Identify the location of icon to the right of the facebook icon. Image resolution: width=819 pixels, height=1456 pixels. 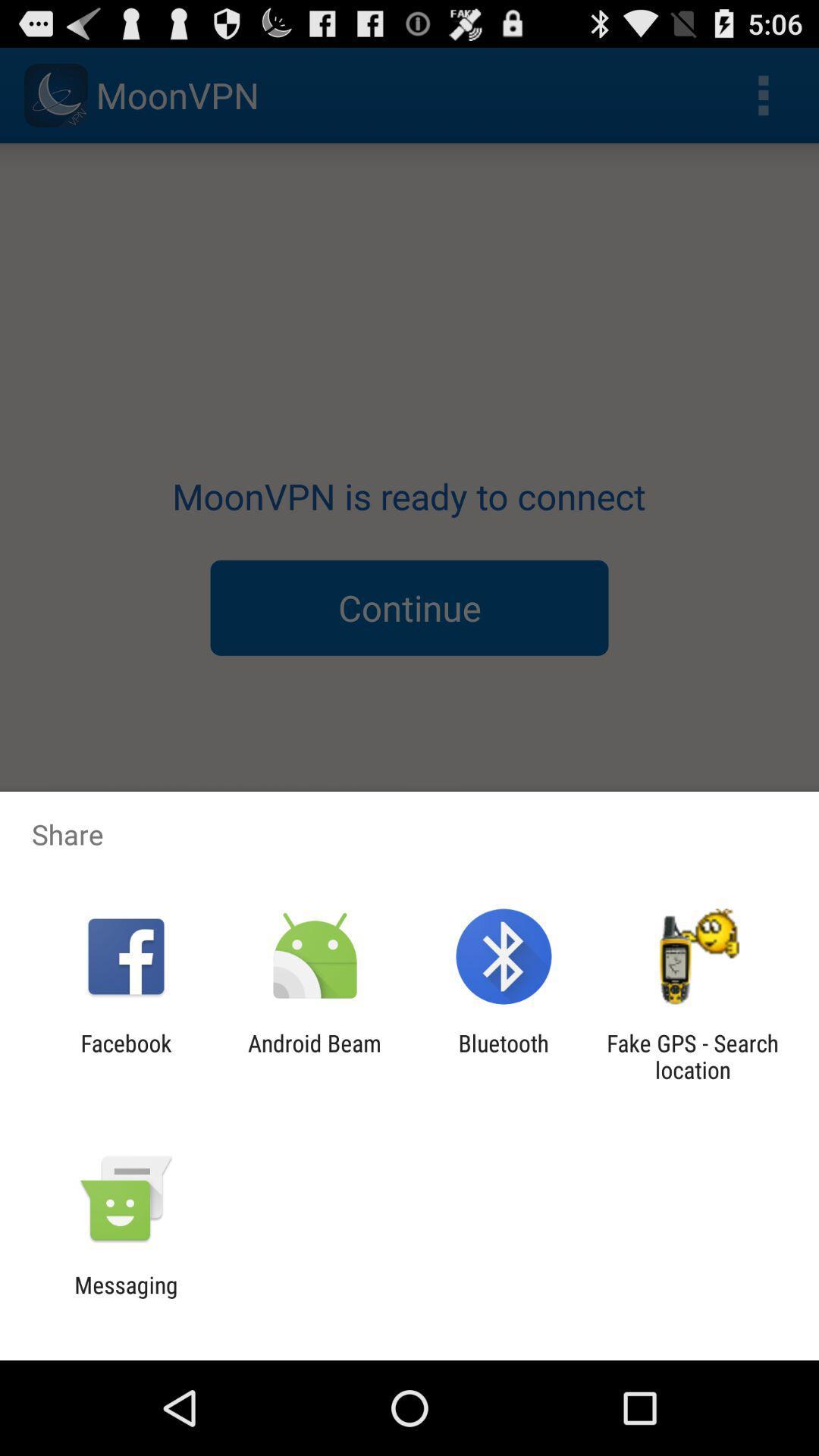
(314, 1056).